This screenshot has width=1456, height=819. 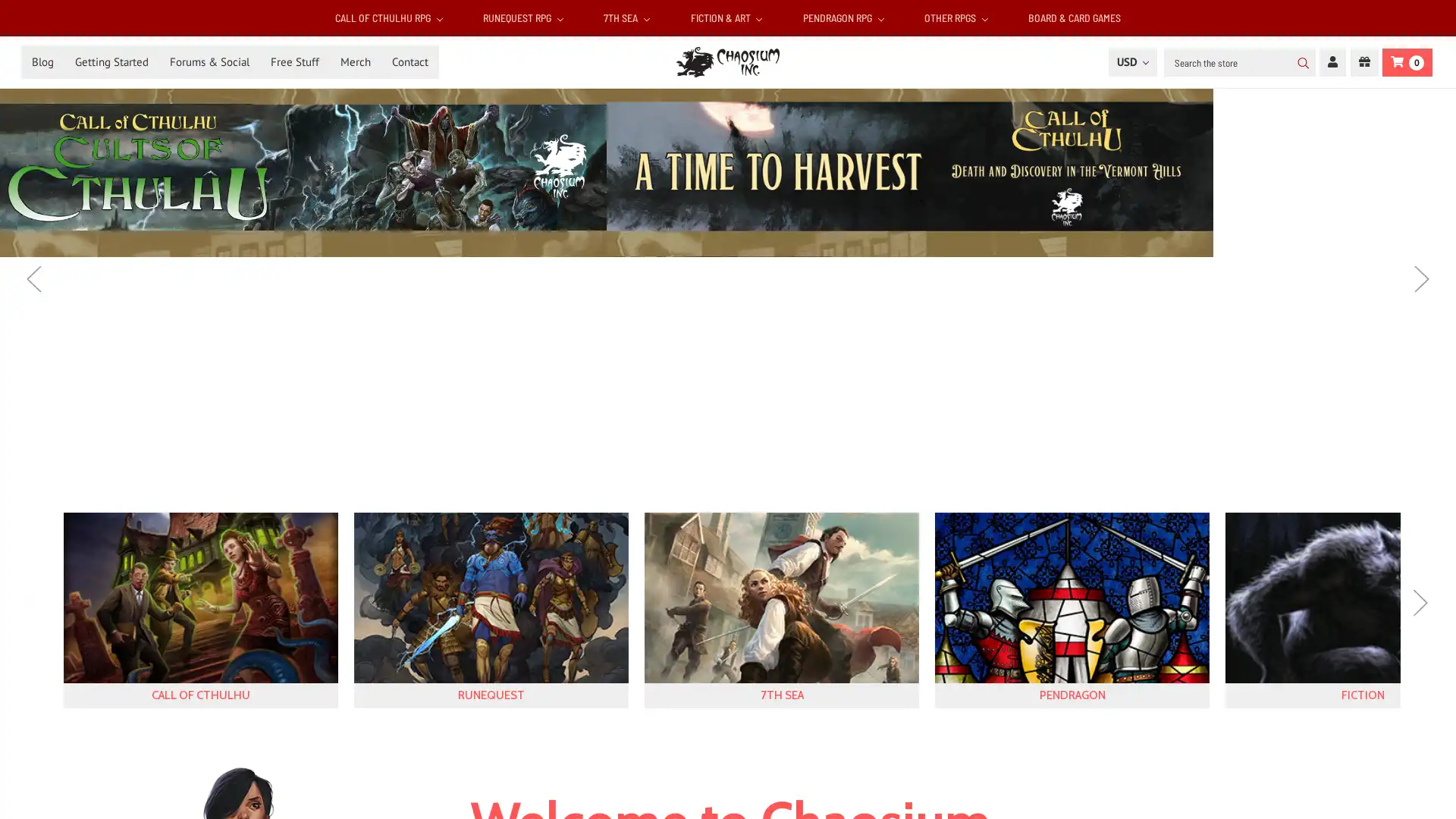 I want to click on Previous, so click(x=35, y=617).